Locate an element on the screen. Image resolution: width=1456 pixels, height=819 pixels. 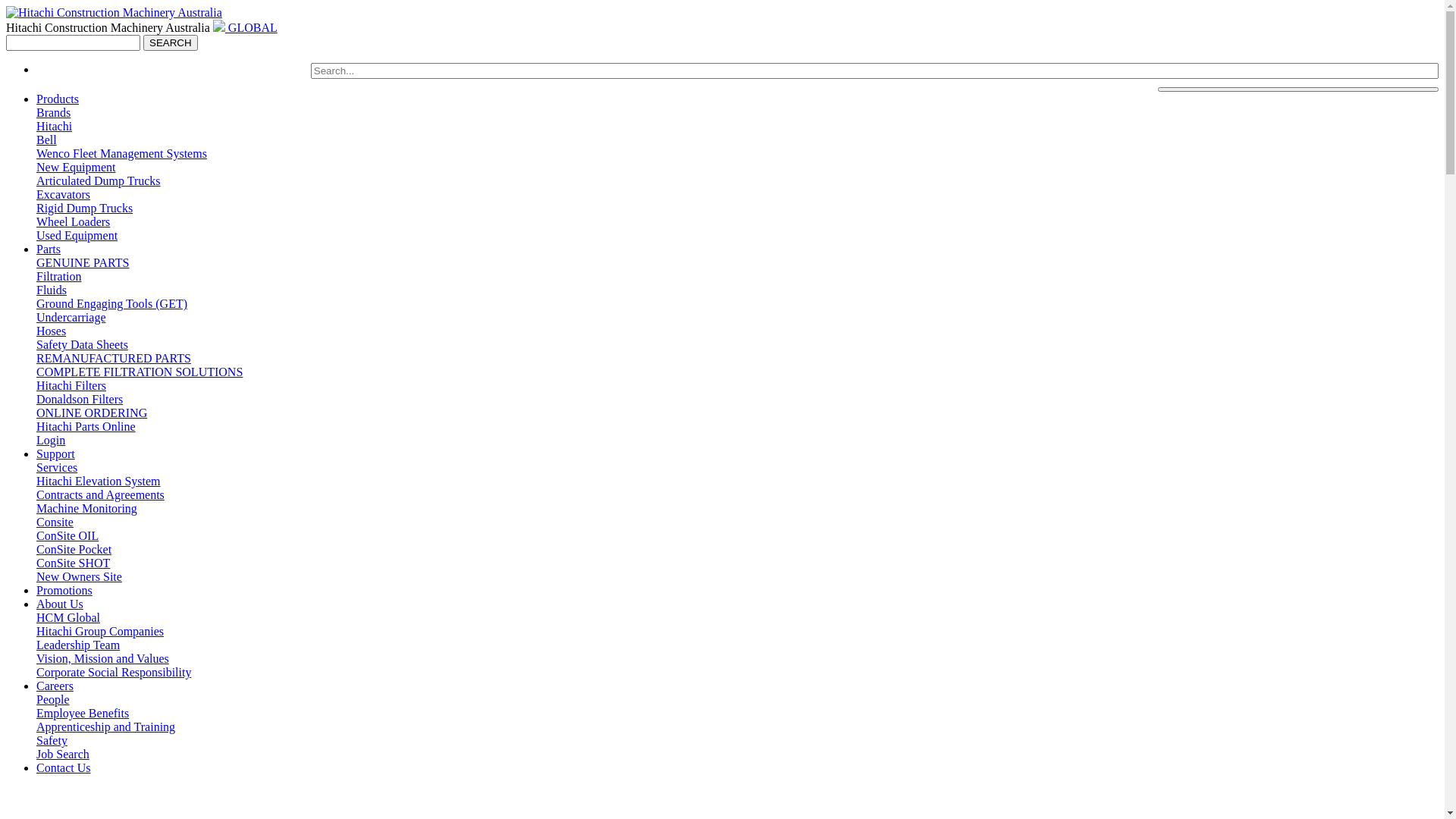
'Wheel Loaders' is located at coordinates (72, 221).